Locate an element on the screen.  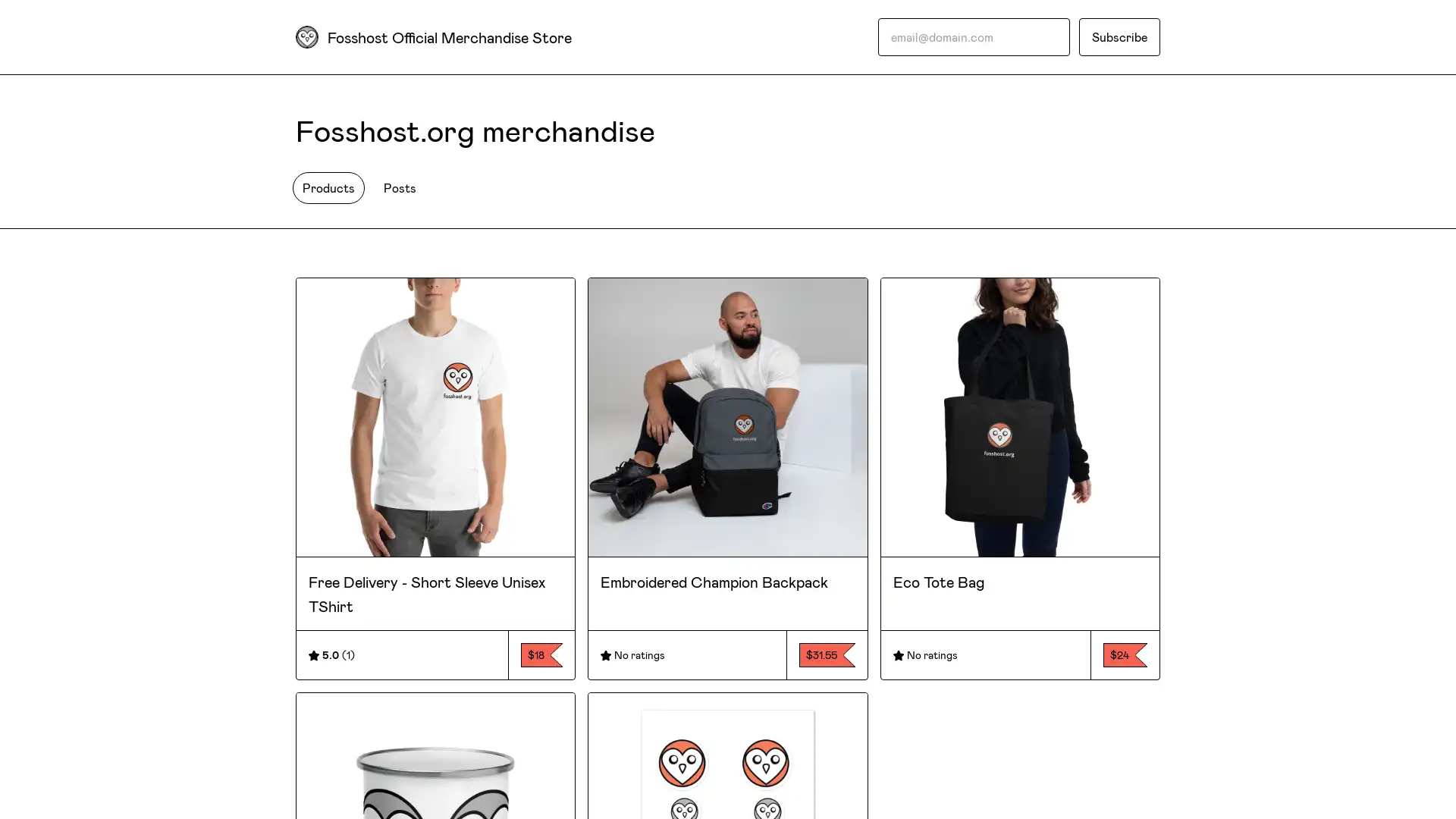
Subscribe is located at coordinates (1119, 36).